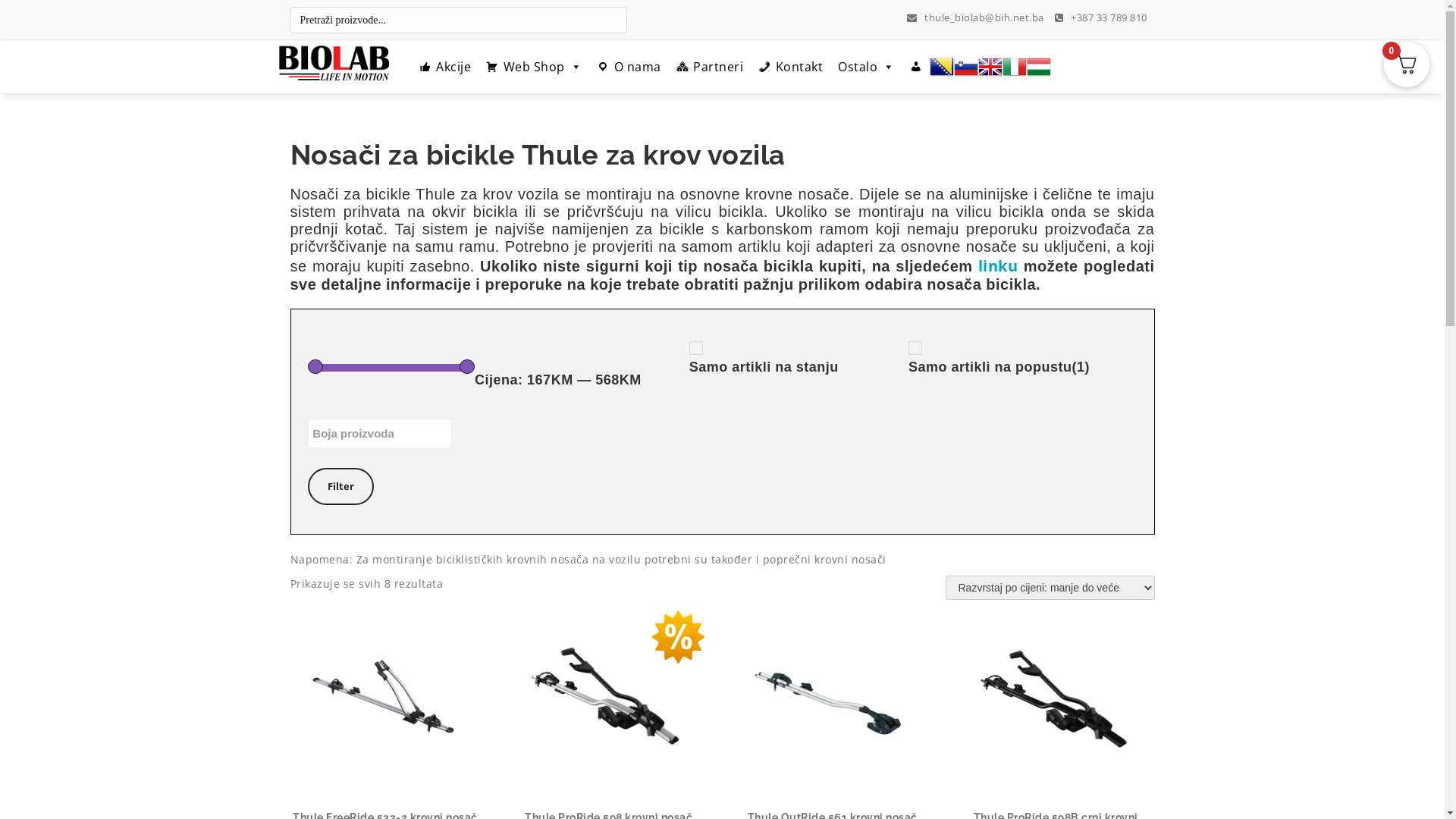 The width and height of the screenshot is (1456, 819). Describe the element at coordinates (629, 66) in the screenshot. I see `'O nama'` at that location.